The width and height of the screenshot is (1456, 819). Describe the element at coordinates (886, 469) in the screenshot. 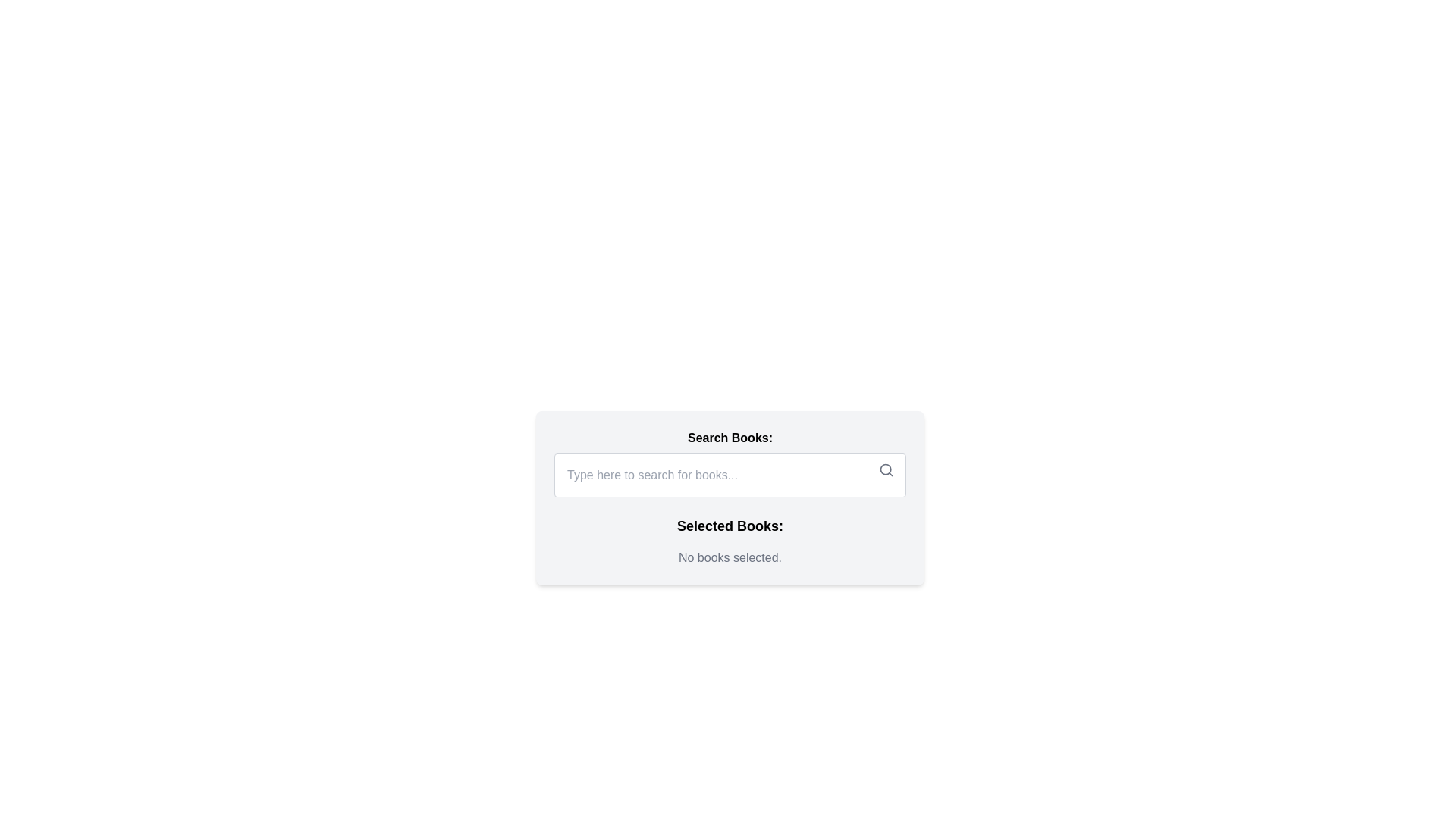

I see `the circle representing the lens of the magnifying glass in the search icon at the right end of the 'Search Books' input field` at that location.